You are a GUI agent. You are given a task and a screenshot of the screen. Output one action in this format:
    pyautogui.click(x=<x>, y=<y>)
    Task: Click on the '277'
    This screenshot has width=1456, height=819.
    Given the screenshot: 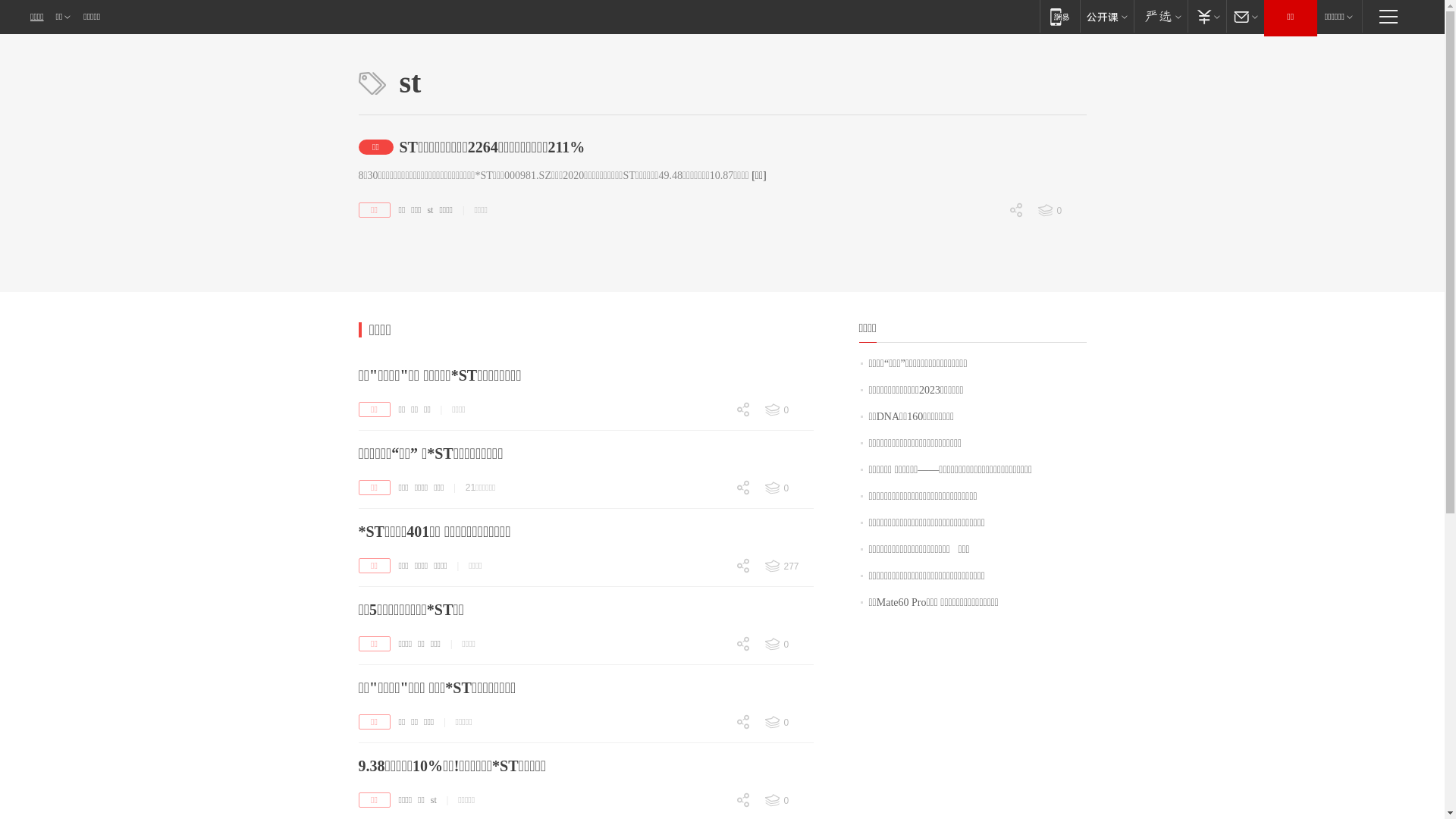 What is the action you would take?
    pyautogui.click(x=787, y=566)
    